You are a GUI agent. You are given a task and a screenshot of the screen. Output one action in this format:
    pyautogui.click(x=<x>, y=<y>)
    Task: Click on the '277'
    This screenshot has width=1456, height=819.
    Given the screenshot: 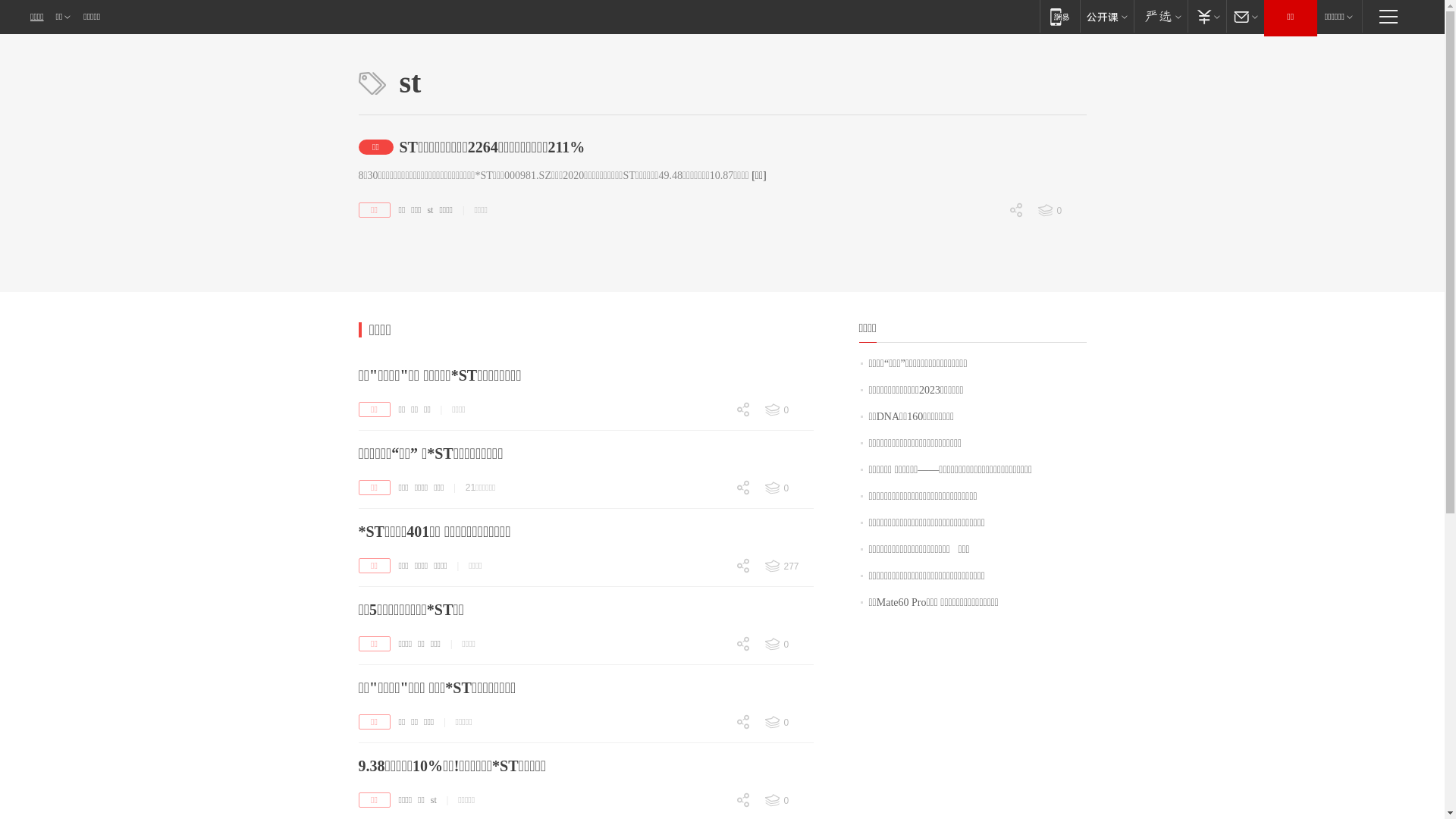 What is the action you would take?
    pyautogui.click(x=787, y=566)
    